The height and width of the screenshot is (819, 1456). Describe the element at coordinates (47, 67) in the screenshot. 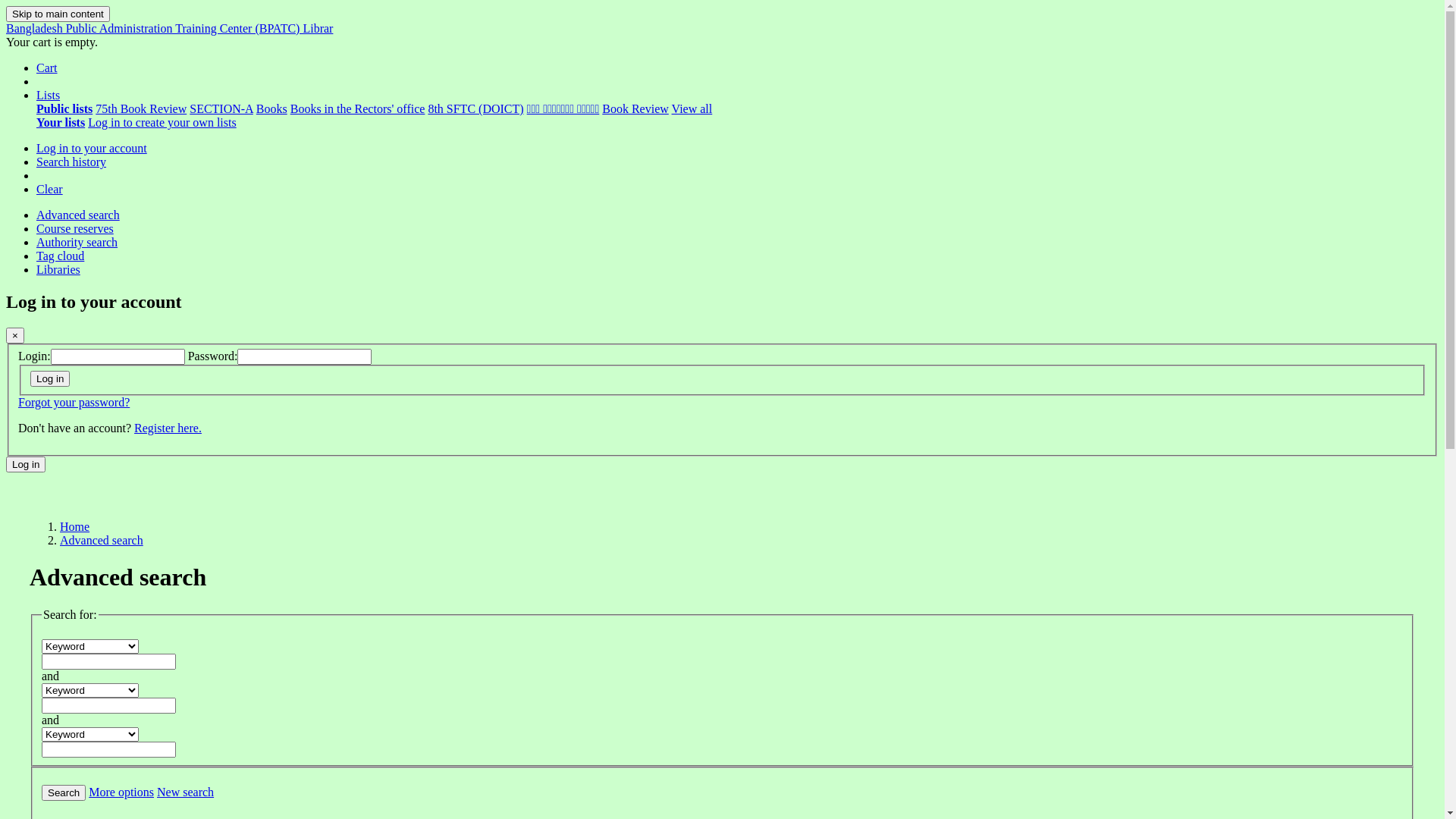

I see `'Cart'` at that location.